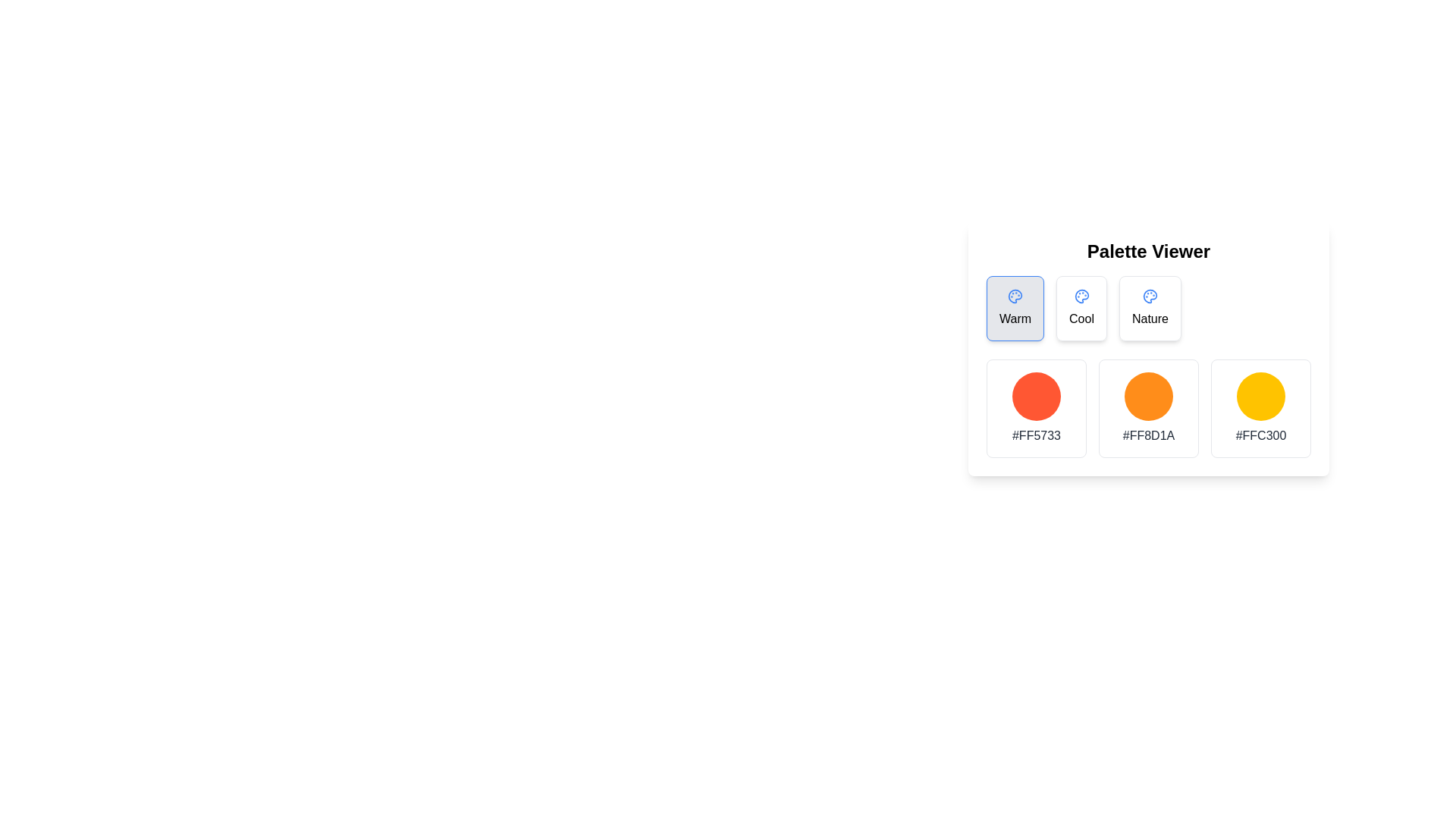 The height and width of the screenshot is (819, 1456). What do you see at coordinates (1149, 435) in the screenshot?
I see `text displayed in the Label/Text element showing '#FF8D1A', which is centrally aligned below the colored circle in the second column of the color palette area` at bounding box center [1149, 435].